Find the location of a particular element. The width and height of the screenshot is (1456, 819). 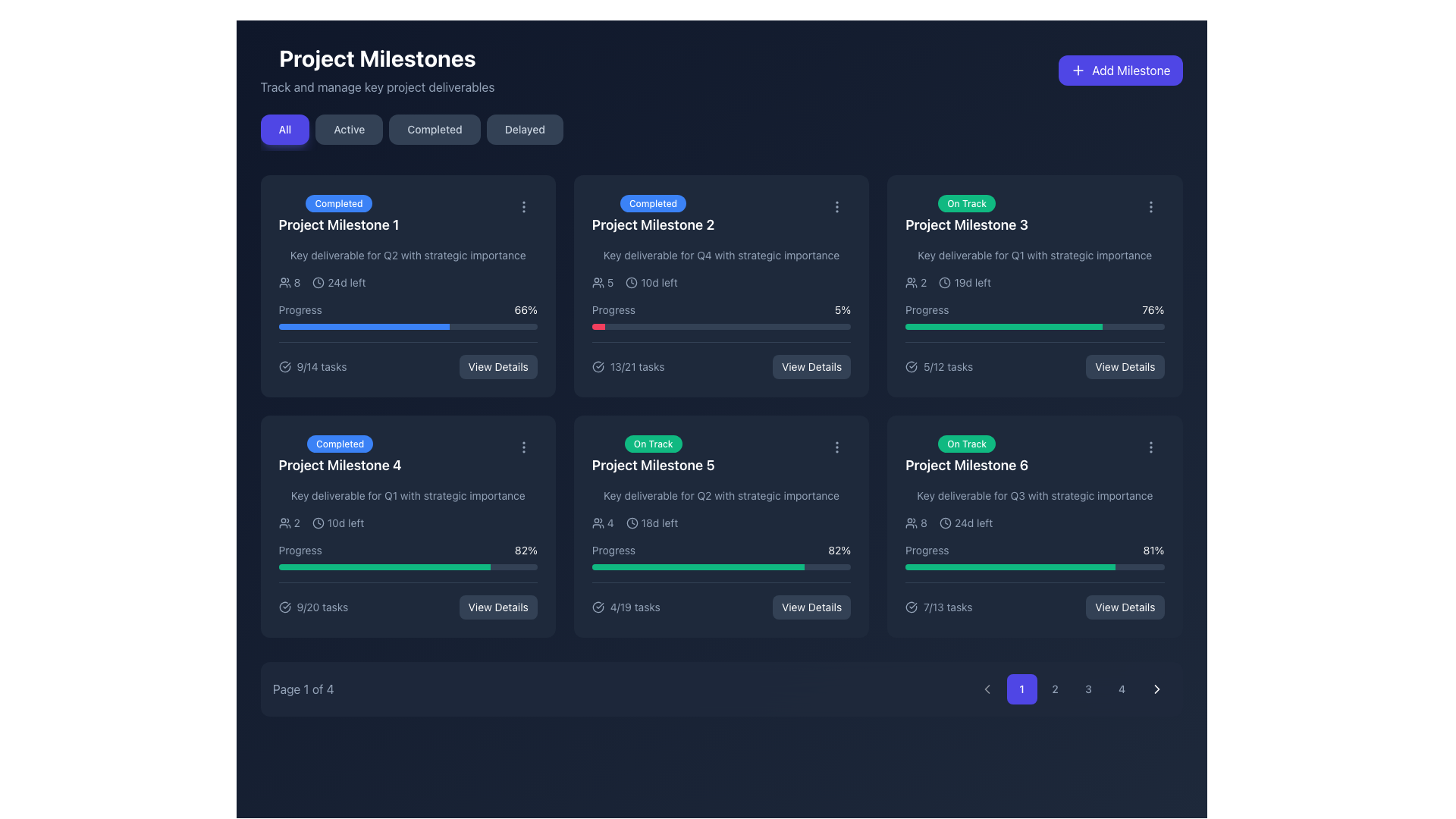

the Progress indicator (progress bar) that visually represents '76%' for 'Project Milestone 3', located in the bottom half of the card below the text stating 'Progress' is located at coordinates (1034, 326).